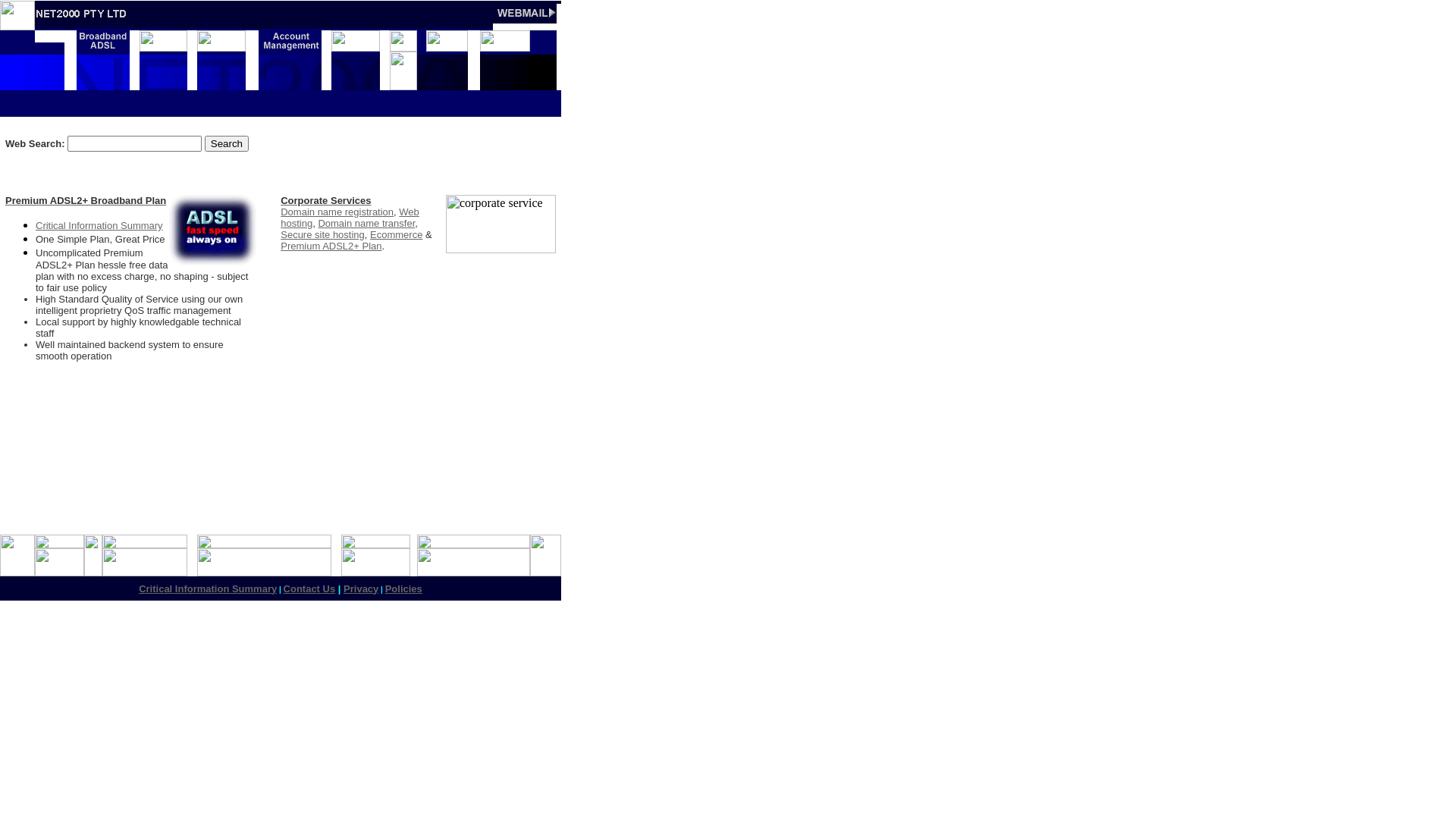 This screenshot has width=1456, height=819. I want to click on 'Critical Information Summary', so click(206, 588).